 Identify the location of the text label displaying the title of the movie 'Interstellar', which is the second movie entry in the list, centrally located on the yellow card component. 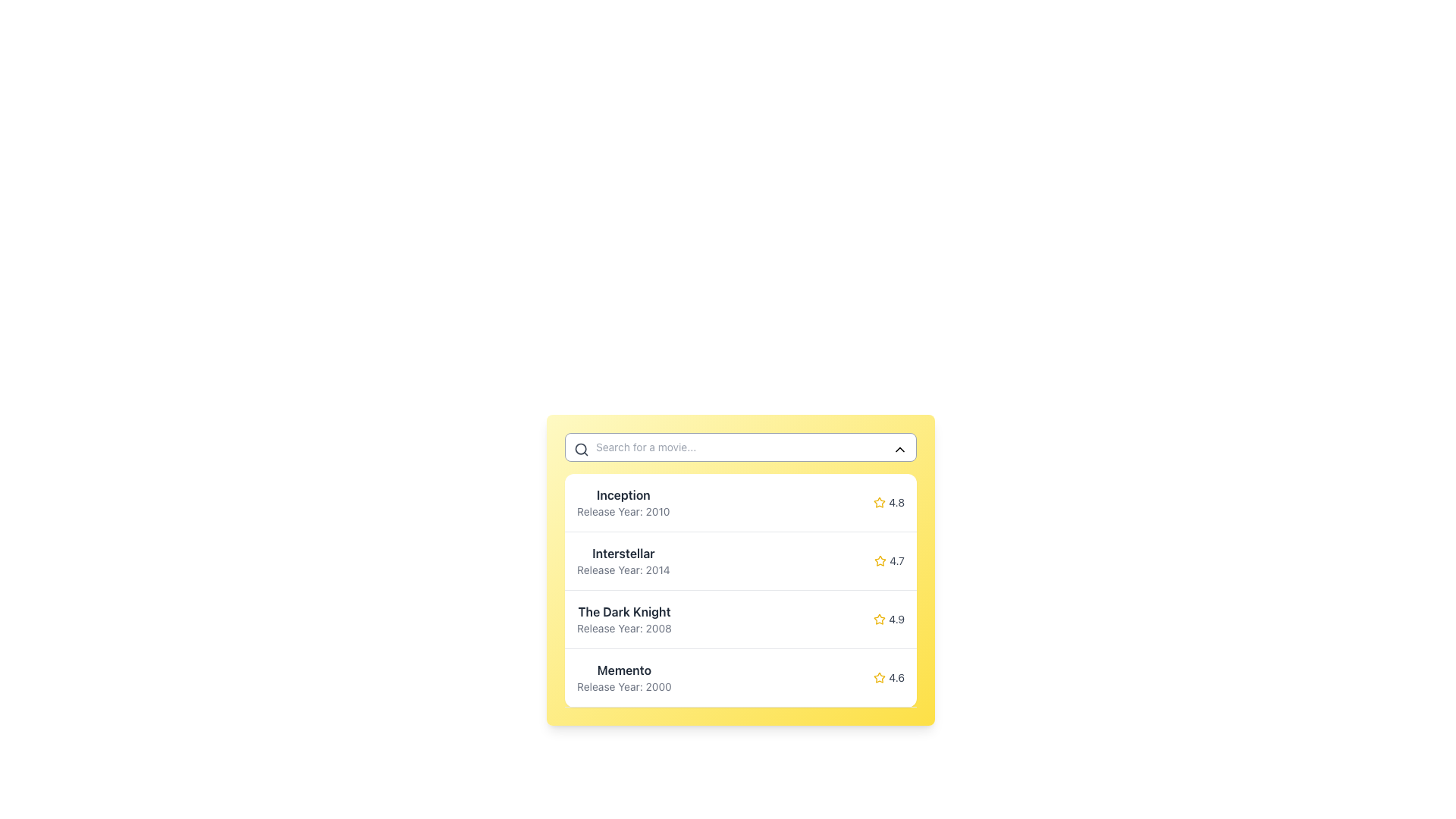
(623, 553).